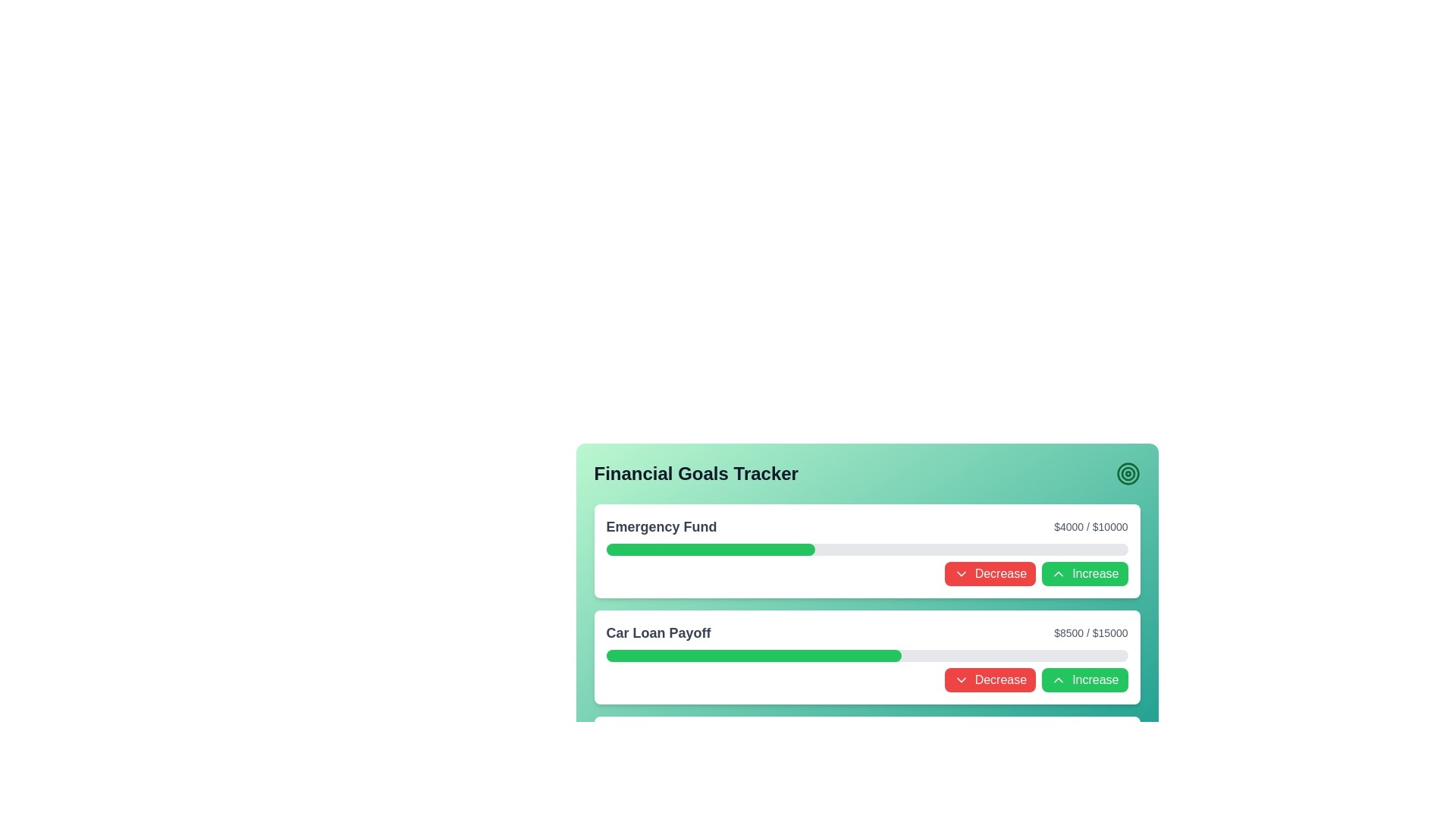 Image resolution: width=1456 pixels, height=819 pixels. What do you see at coordinates (1090, 632) in the screenshot?
I see `the text label displaying the financial goal progress '$8500 / $15000', which is styled in a smaller grayish font and positioned below the 'Car Loan Payoff' title` at bounding box center [1090, 632].